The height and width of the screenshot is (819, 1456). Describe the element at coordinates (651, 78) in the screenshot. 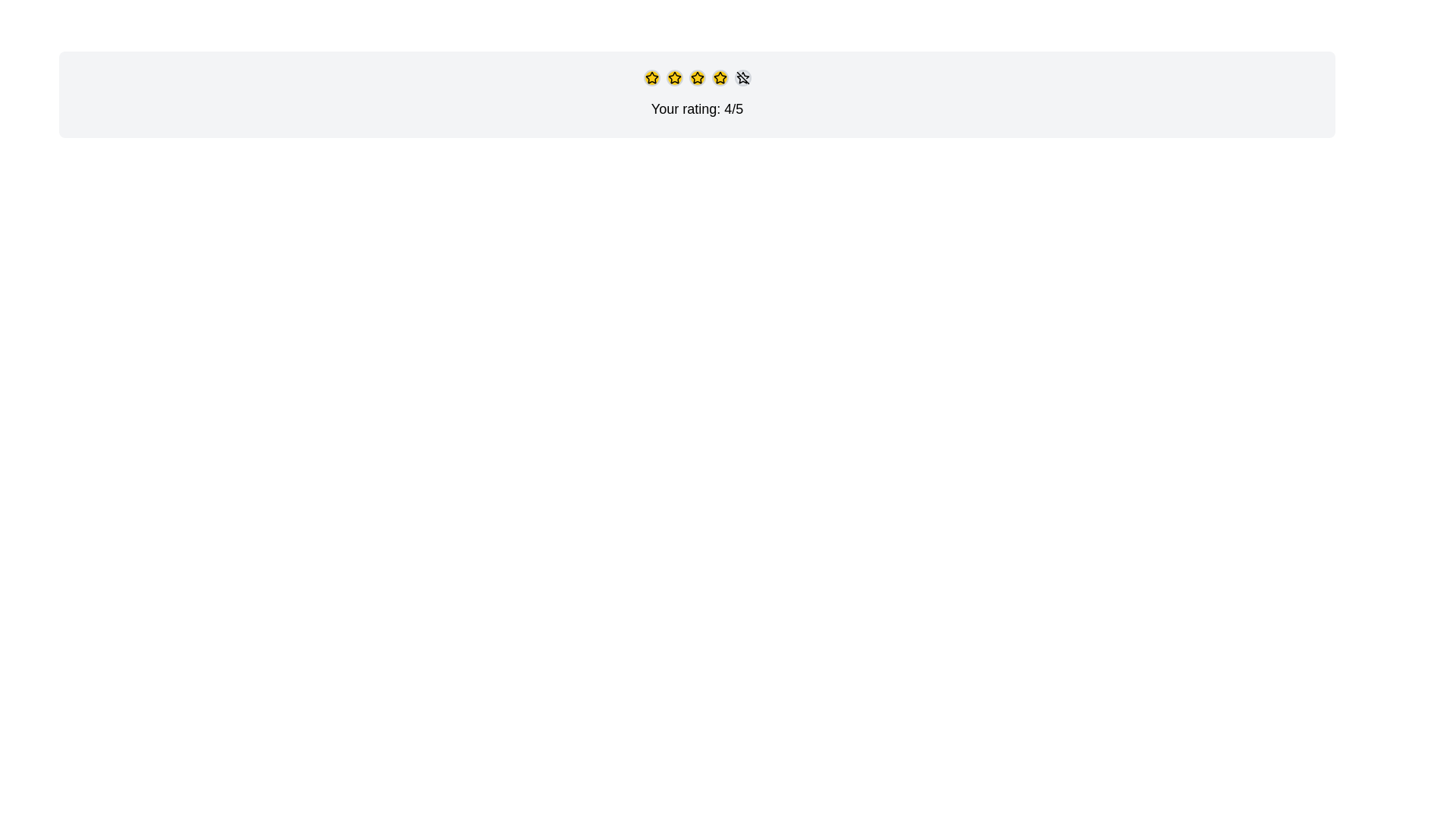

I see `the first button in the 5-star rating system, which represents a 1-star rating` at that location.